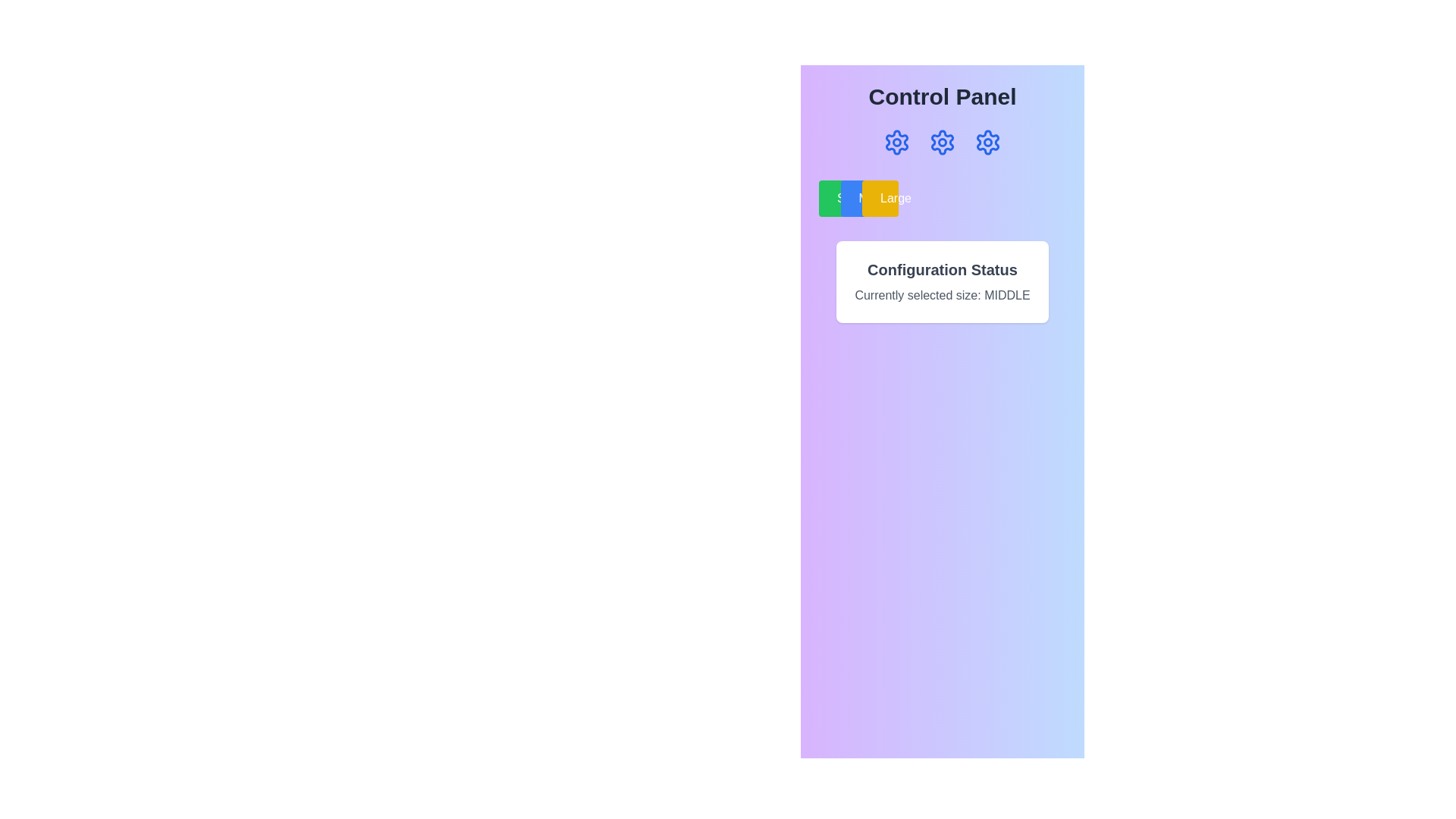 The image size is (1456, 819). Describe the element at coordinates (896, 143) in the screenshot. I see `the small circular decorative graphic located within the first gear icon at the top-center section of the interface` at that location.